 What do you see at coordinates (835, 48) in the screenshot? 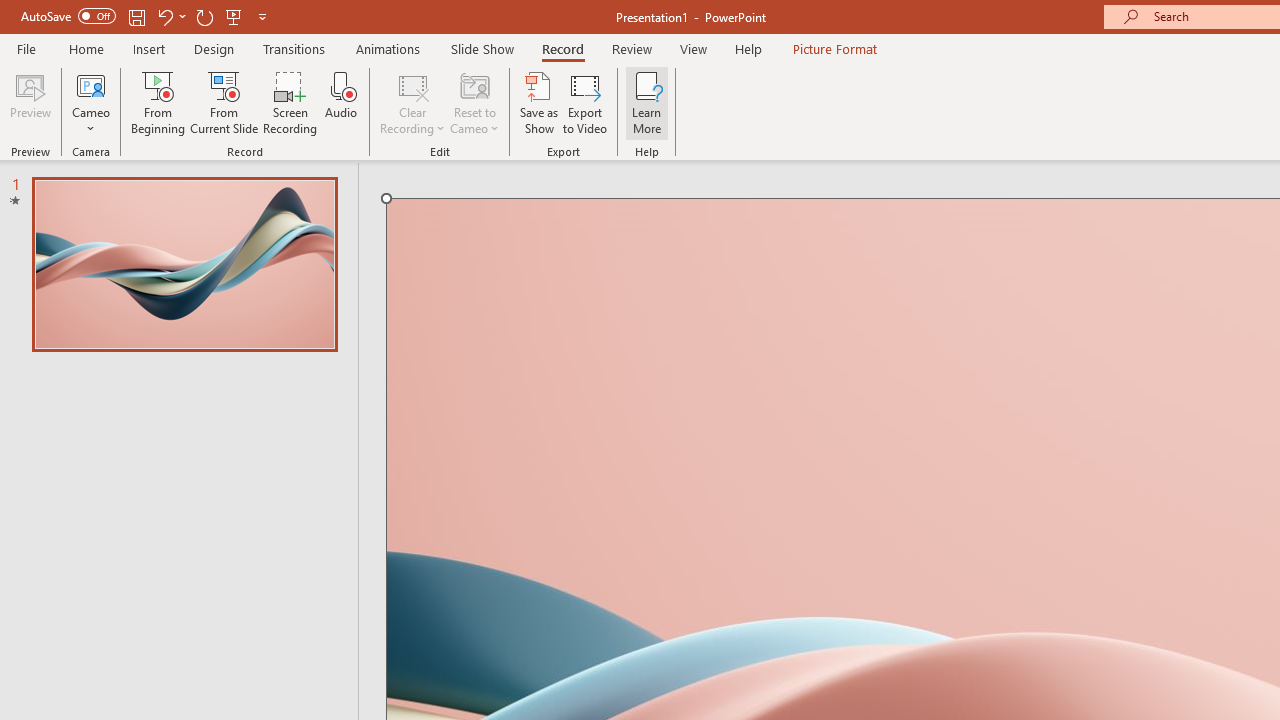
I see `'Picture Format'` at bounding box center [835, 48].